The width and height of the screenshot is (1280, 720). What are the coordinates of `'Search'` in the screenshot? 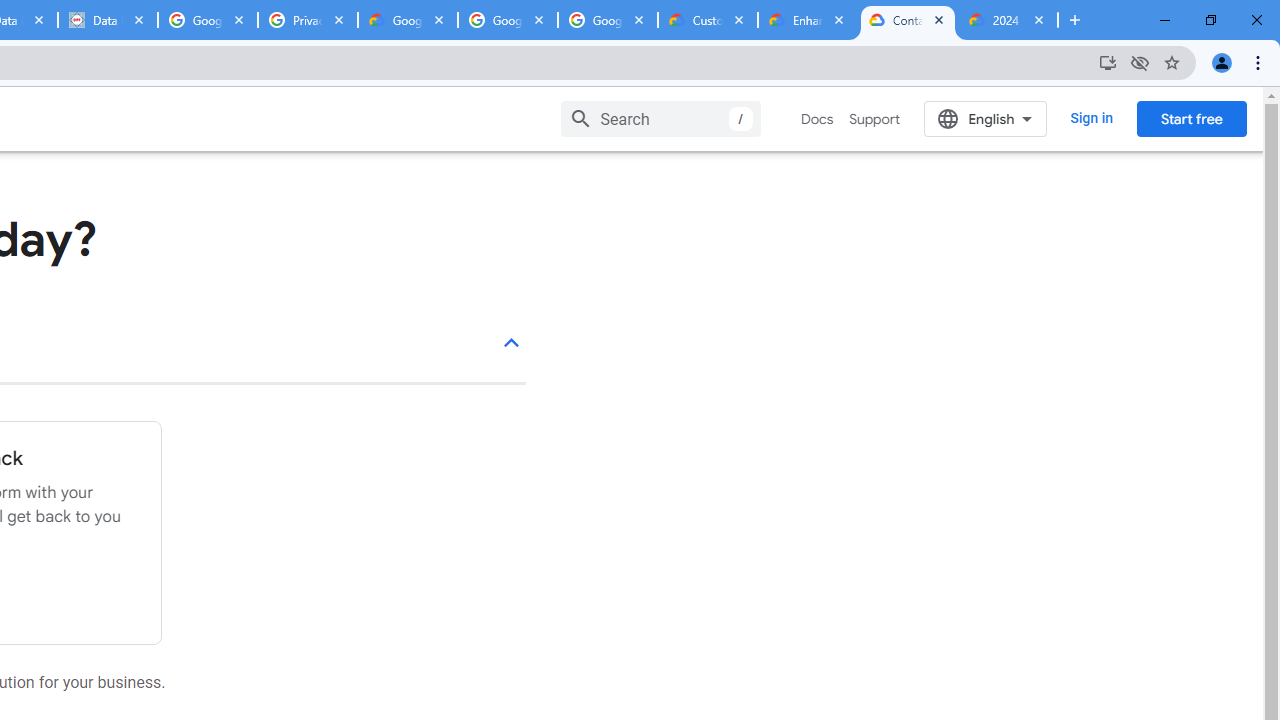 It's located at (661, 118).